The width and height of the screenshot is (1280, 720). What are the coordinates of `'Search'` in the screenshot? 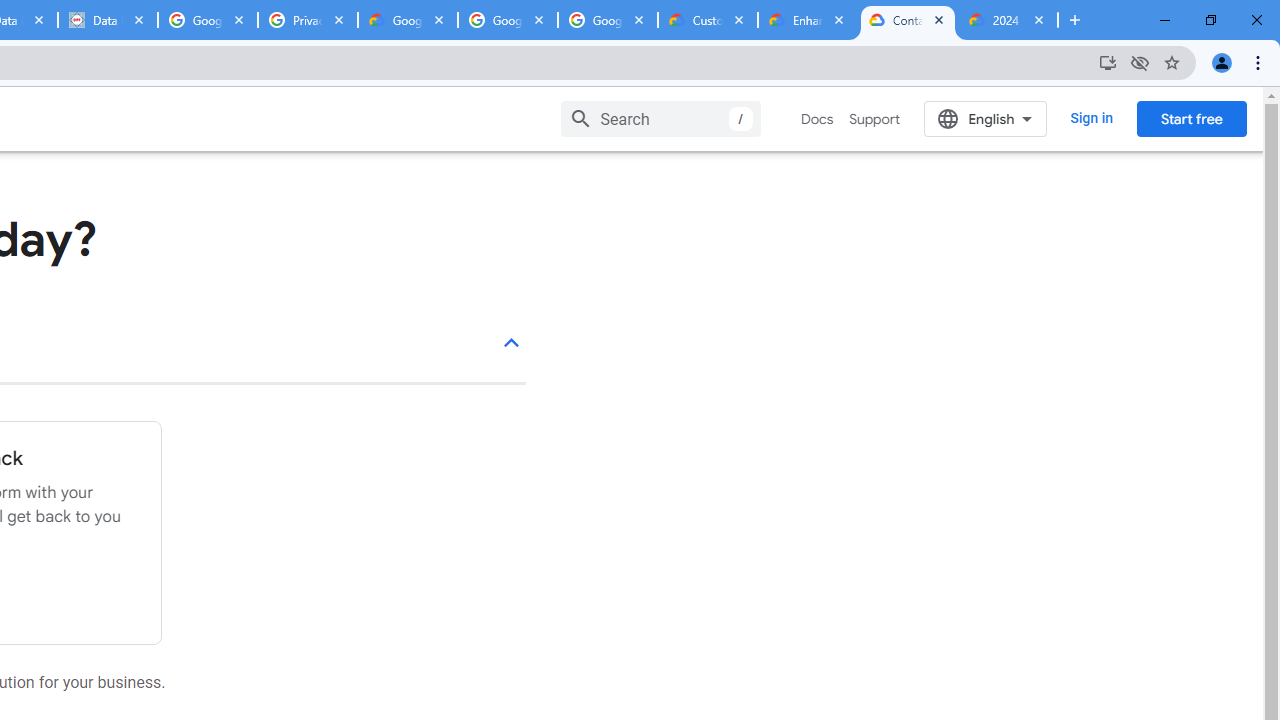 It's located at (661, 118).